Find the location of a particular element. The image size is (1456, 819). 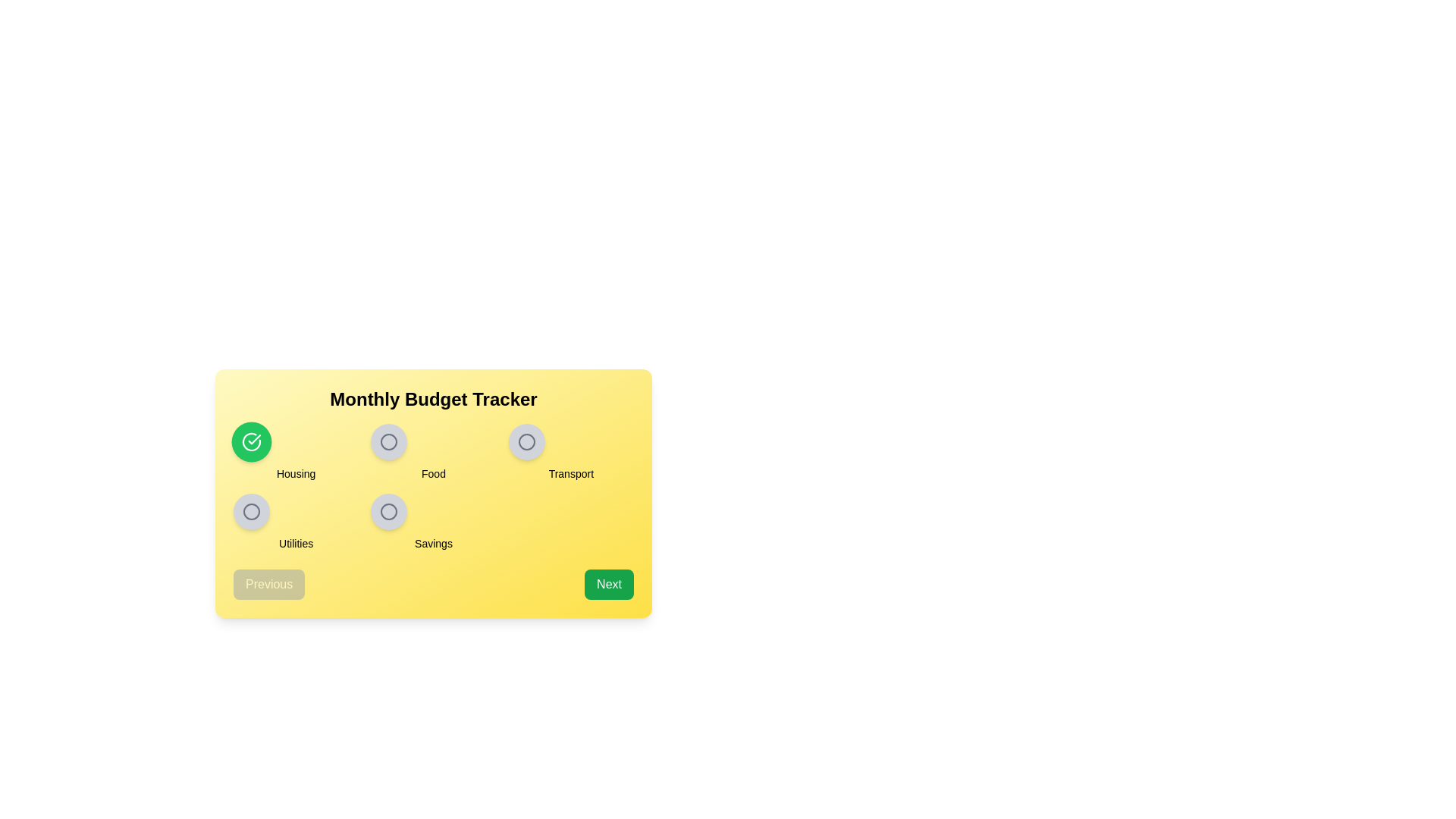

the circular UI indicator located near the bottom-left of the interface, directly to the right of the 'Utilities' label is located at coordinates (251, 512).